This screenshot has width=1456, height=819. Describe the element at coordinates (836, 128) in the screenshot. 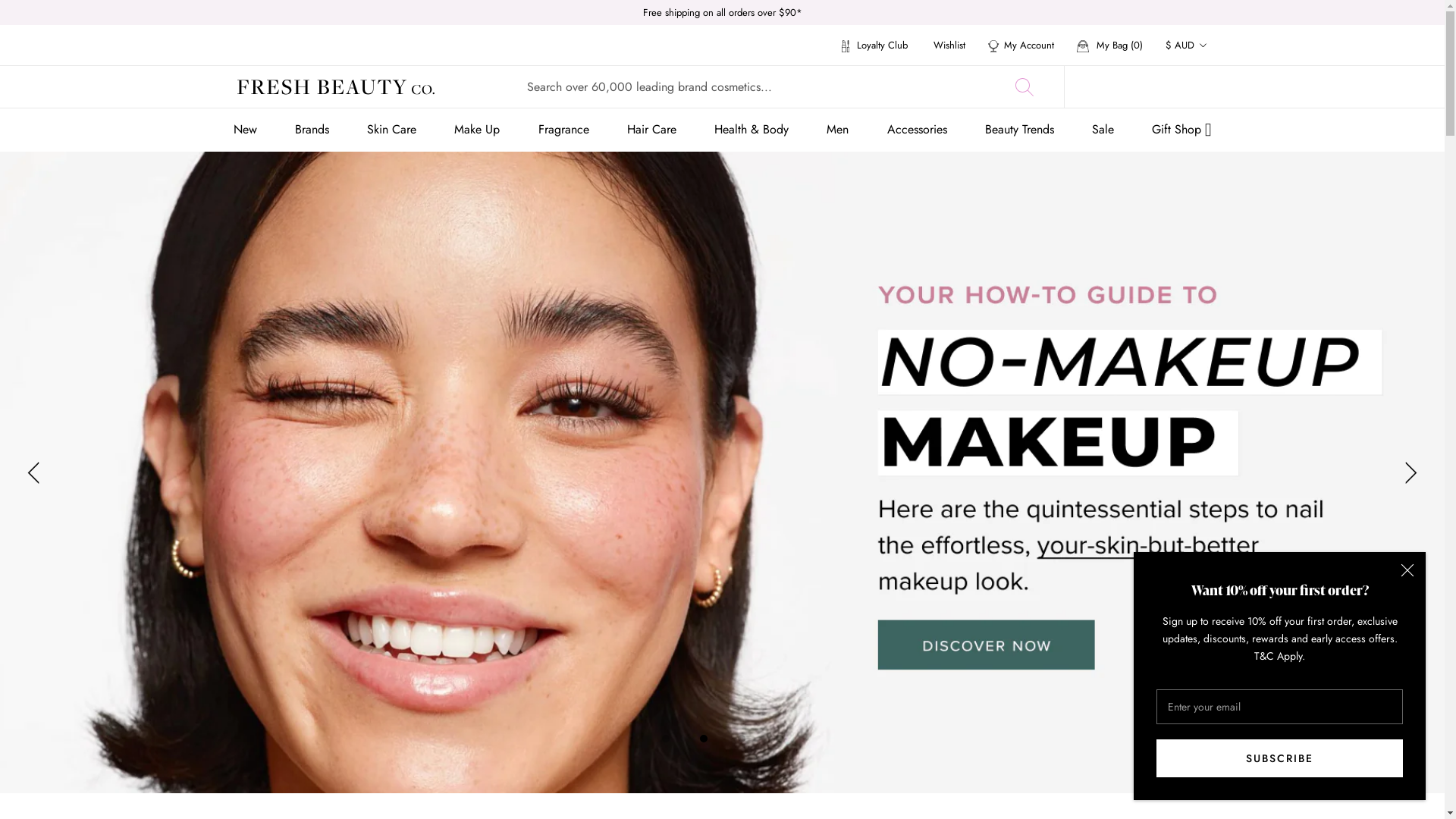

I see `'Men` at that location.